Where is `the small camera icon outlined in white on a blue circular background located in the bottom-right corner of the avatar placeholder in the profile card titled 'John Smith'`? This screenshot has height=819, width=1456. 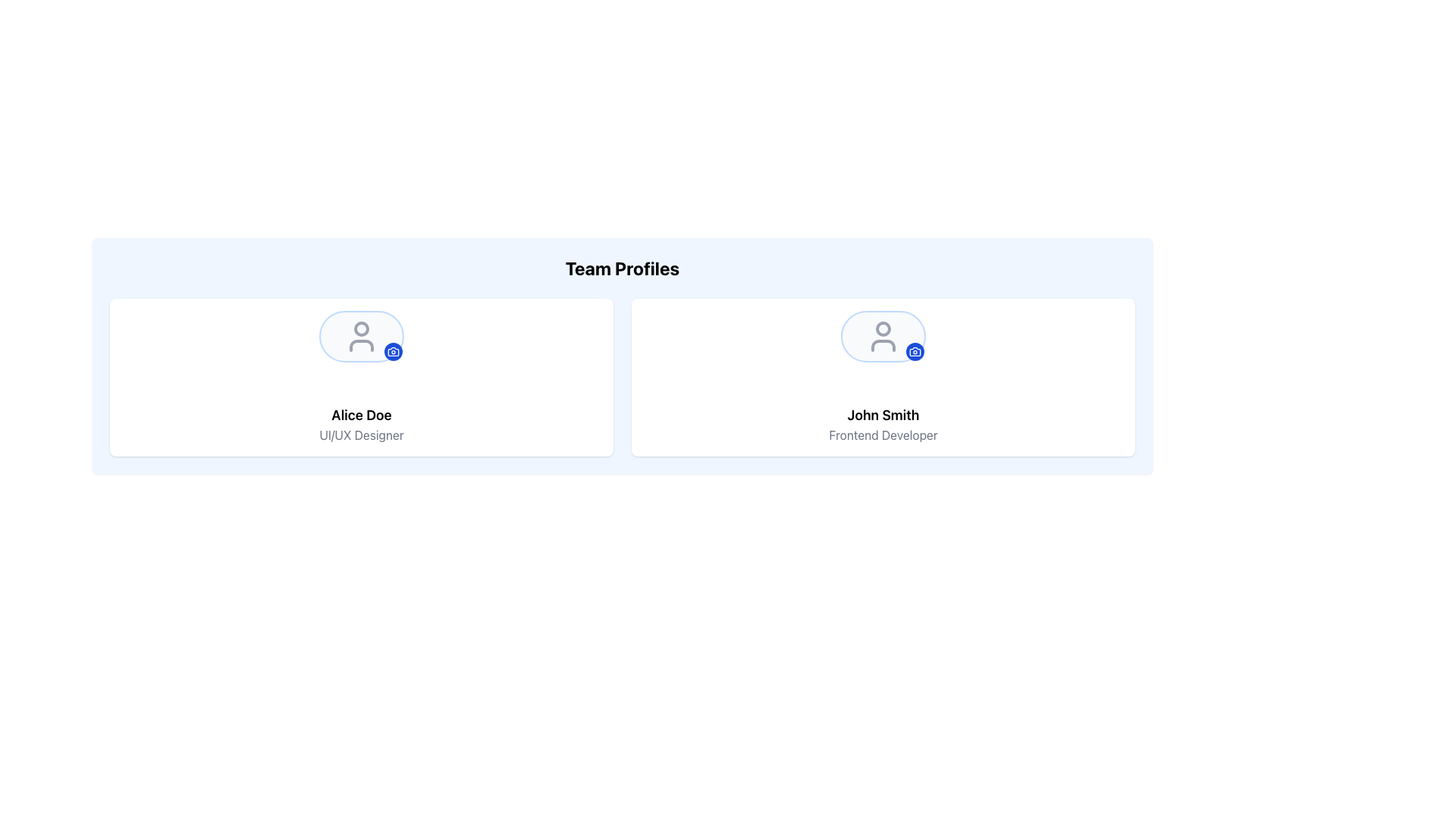
the small camera icon outlined in white on a blue circular background located in the bottom-right corner of the avatar placeholder in the profile card titled 'John Smith' is located at coordinates (914, 351).